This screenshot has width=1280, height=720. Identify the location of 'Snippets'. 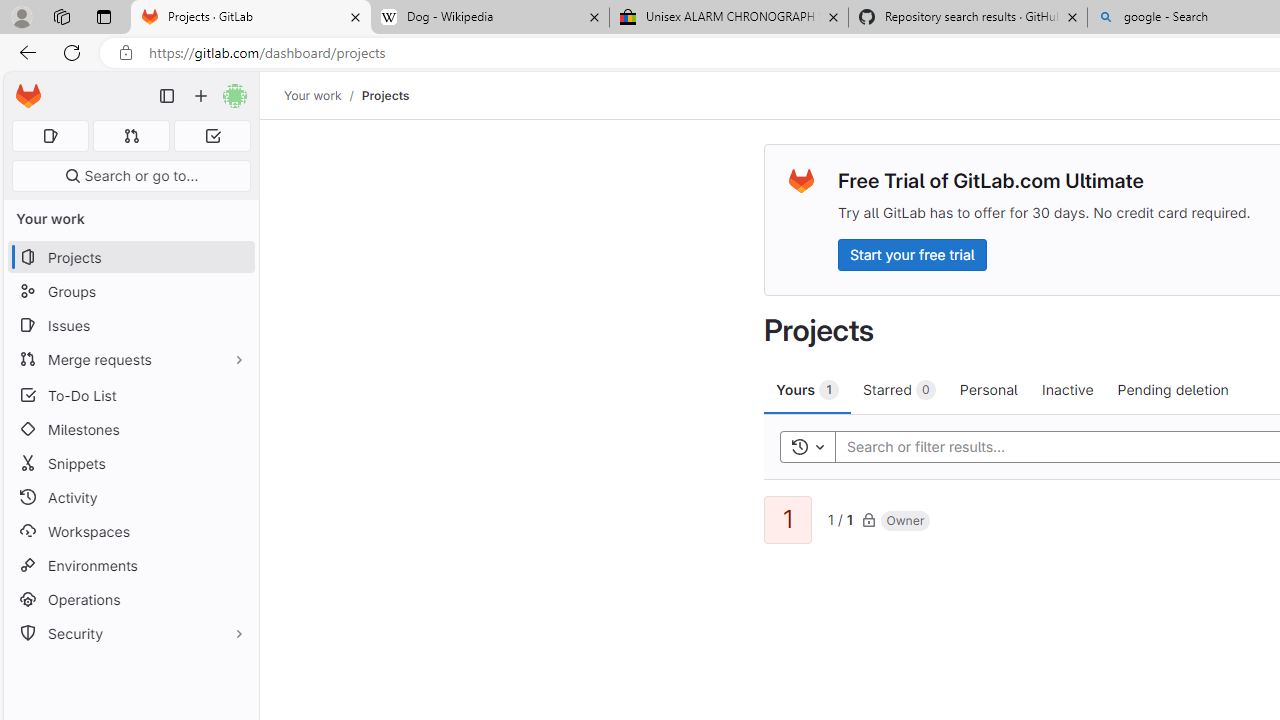
(130, 463).